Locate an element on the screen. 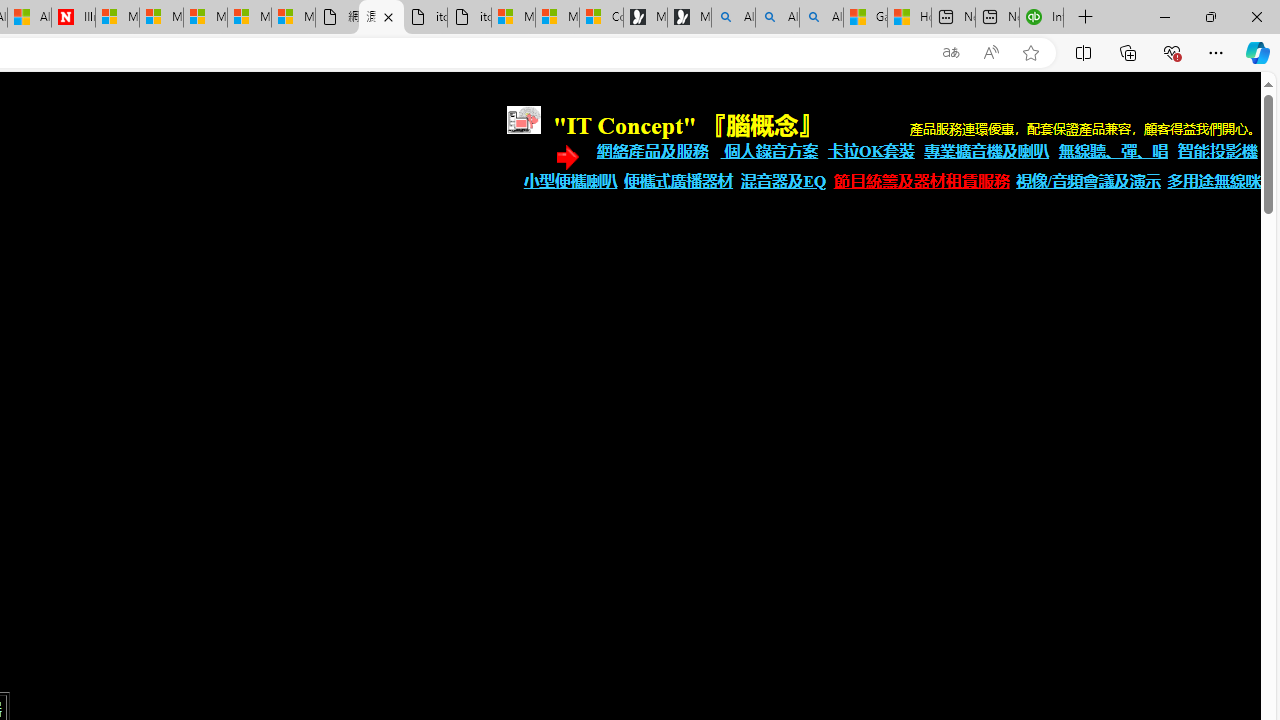  'How to Use a TV as a Computer Monitor' is located at coordinates (908, 17).